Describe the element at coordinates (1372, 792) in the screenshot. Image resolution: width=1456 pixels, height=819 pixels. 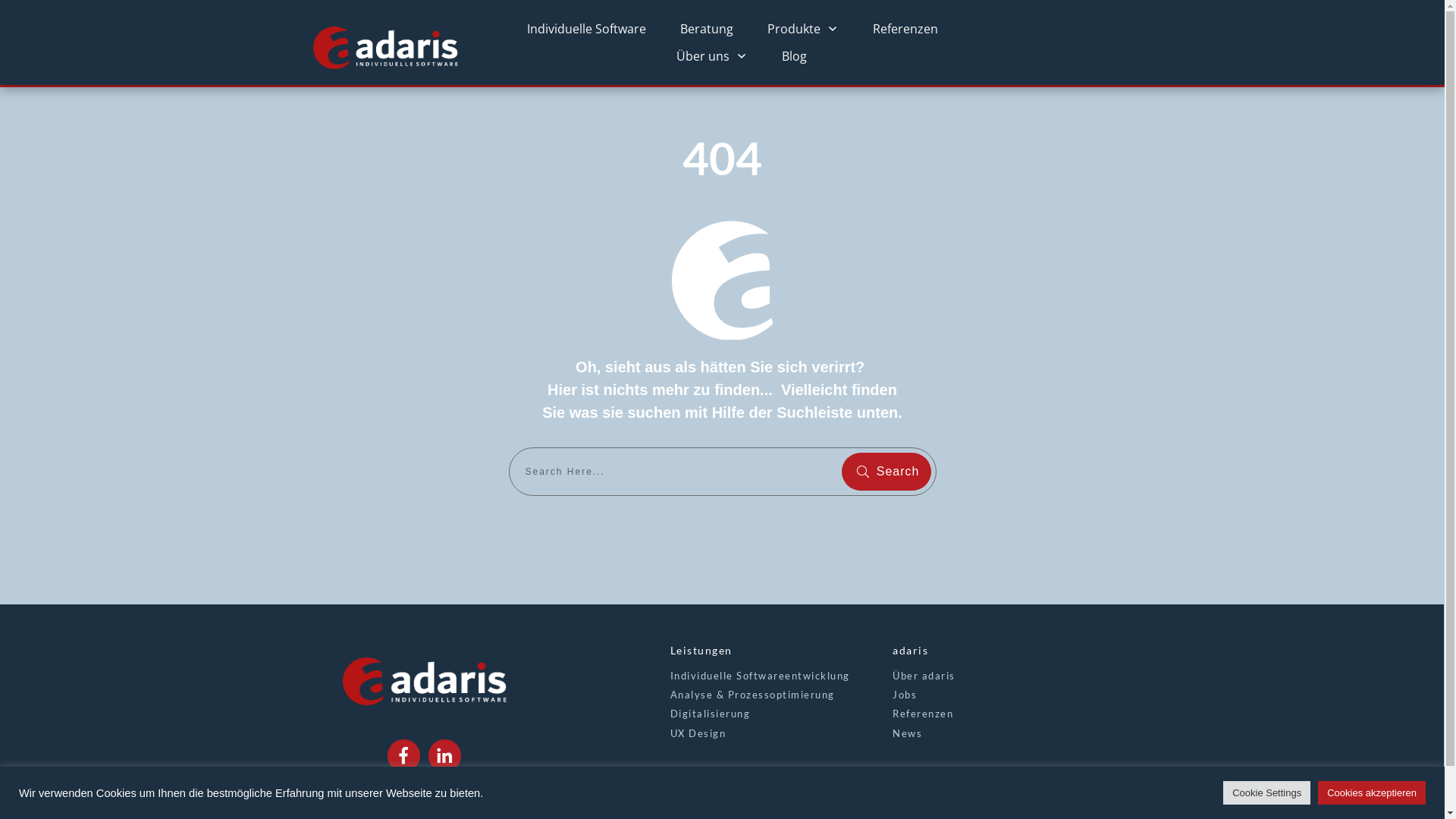
I see `'Cookies akzeptieren'` at that location.